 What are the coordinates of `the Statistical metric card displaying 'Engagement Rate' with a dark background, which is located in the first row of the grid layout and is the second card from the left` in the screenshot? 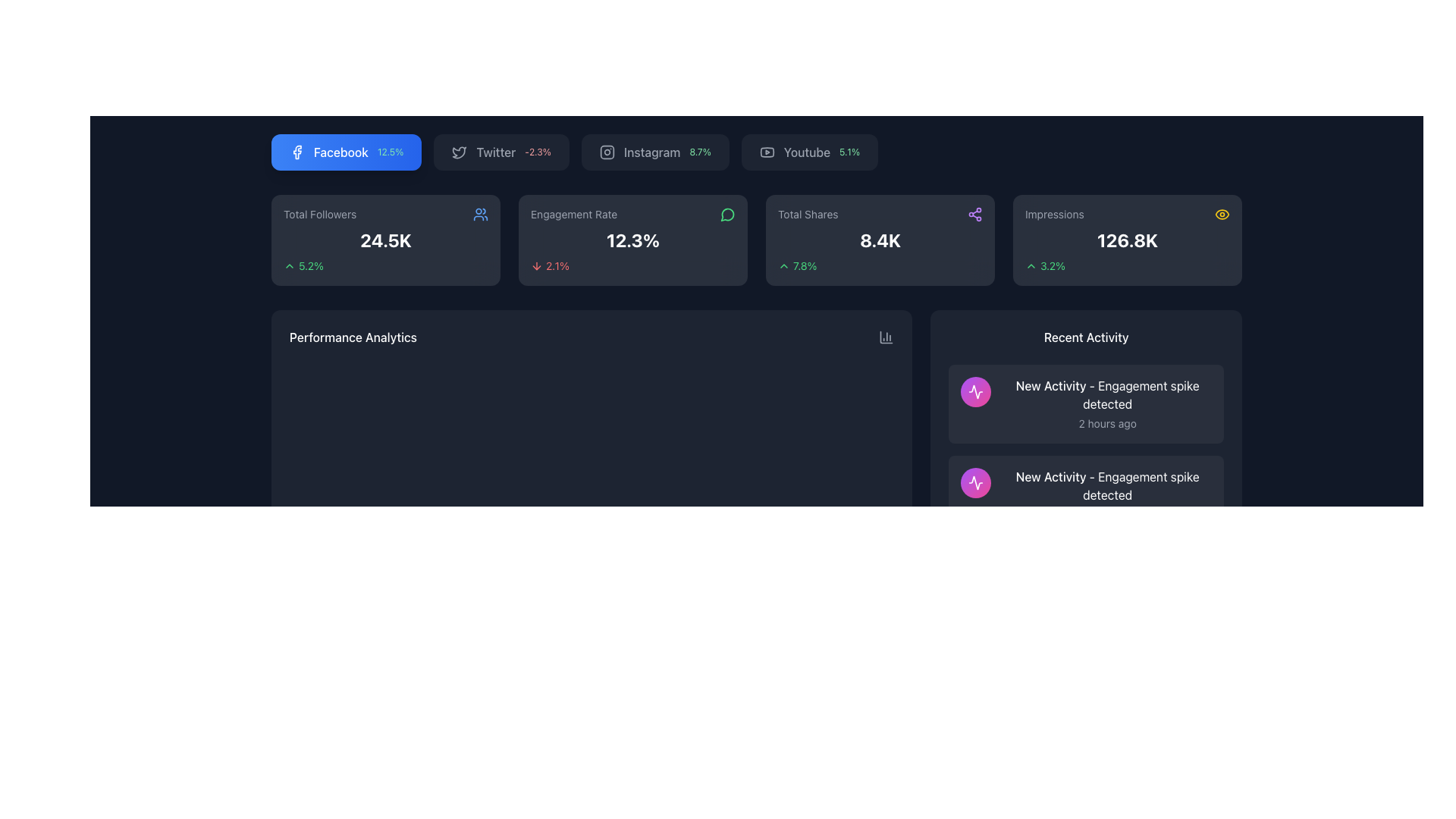 It's located at (633, 239).